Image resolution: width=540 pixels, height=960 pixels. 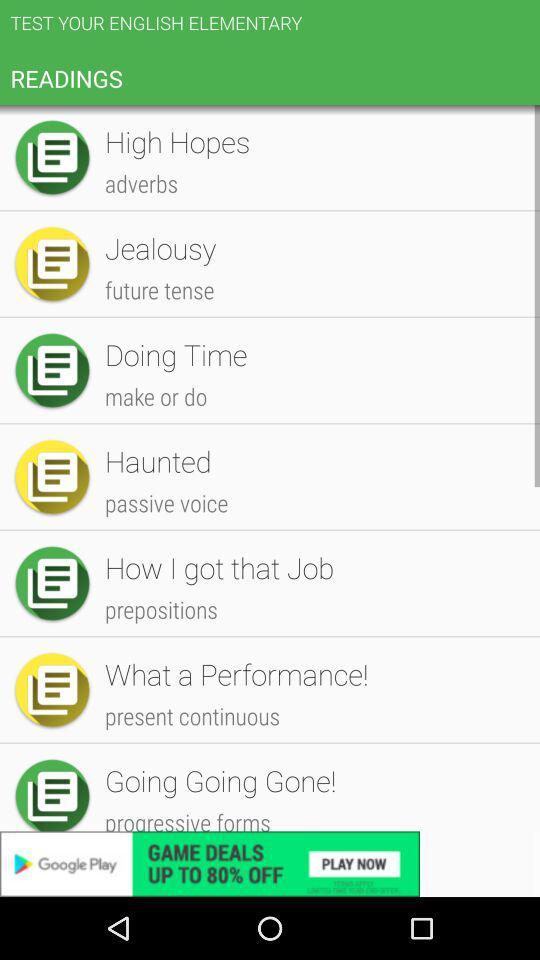 What do you see at coordinates (312, 304) in the screenshot?
I see `the random test icon` at bounding box center [312, 304].